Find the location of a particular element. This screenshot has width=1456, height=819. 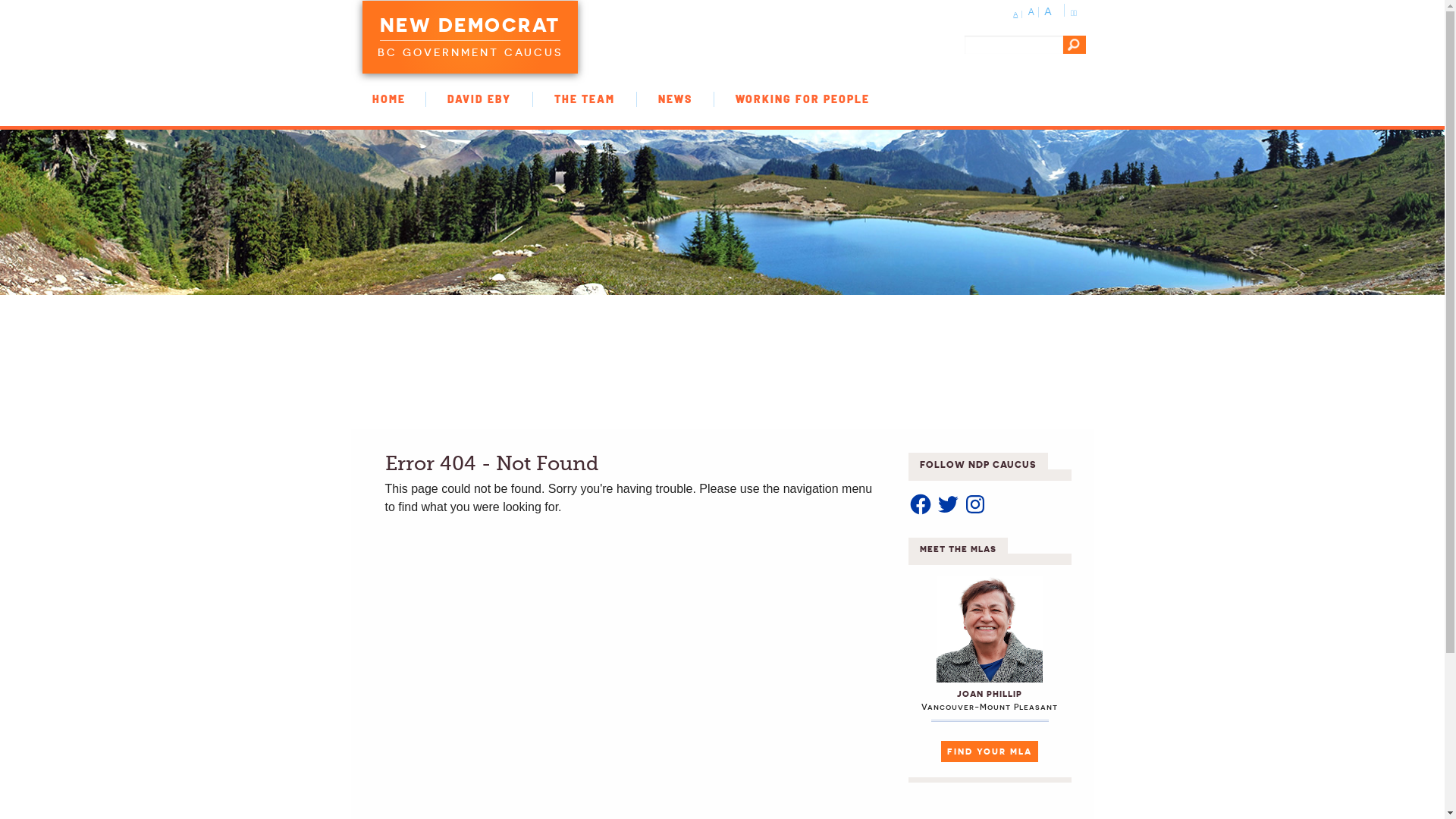

'Instagram' is located at coordinates (975, 504).